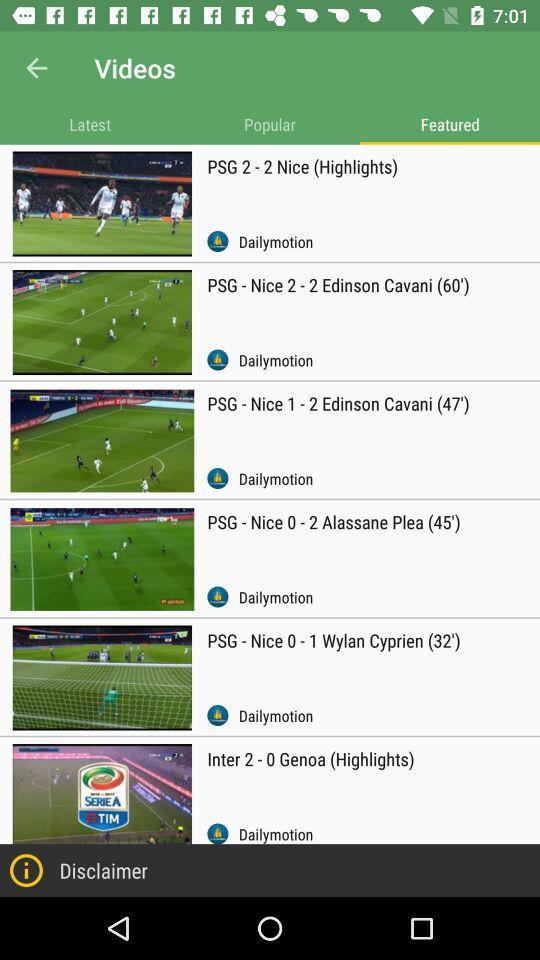 The width and height of the screenshot is (540, 960). Describe the element at coordinates (449, 123) in the screenshot. I see `featured item` at that location.